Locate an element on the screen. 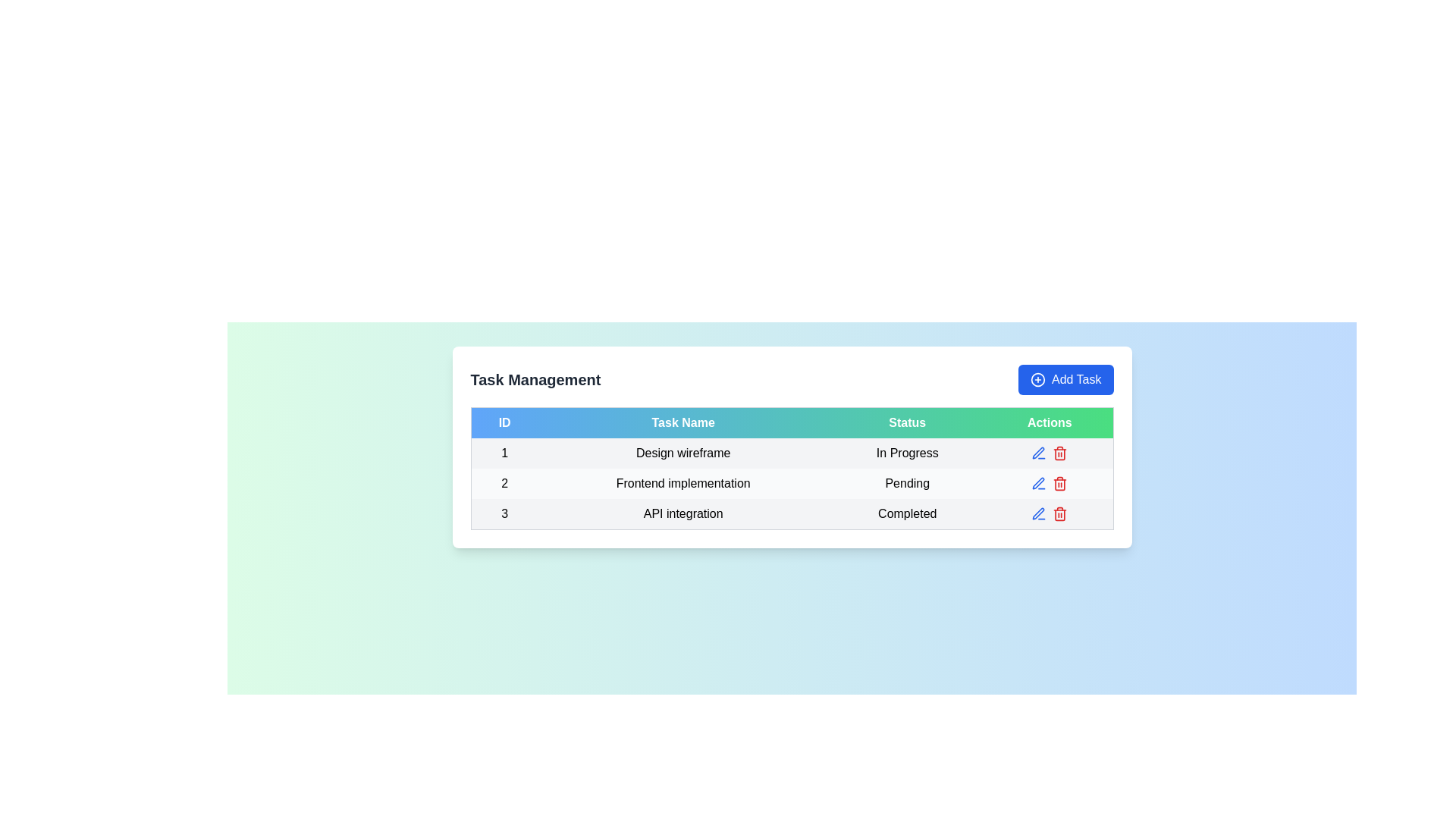 This screenshot has height=819, width=1456. text label displaying the current status, which shows 'In Progress', located in the 'Status' column of the first row of the table, positioned between the 'Design wireframe' task name and the action icons is located at coordinates (907, 452).